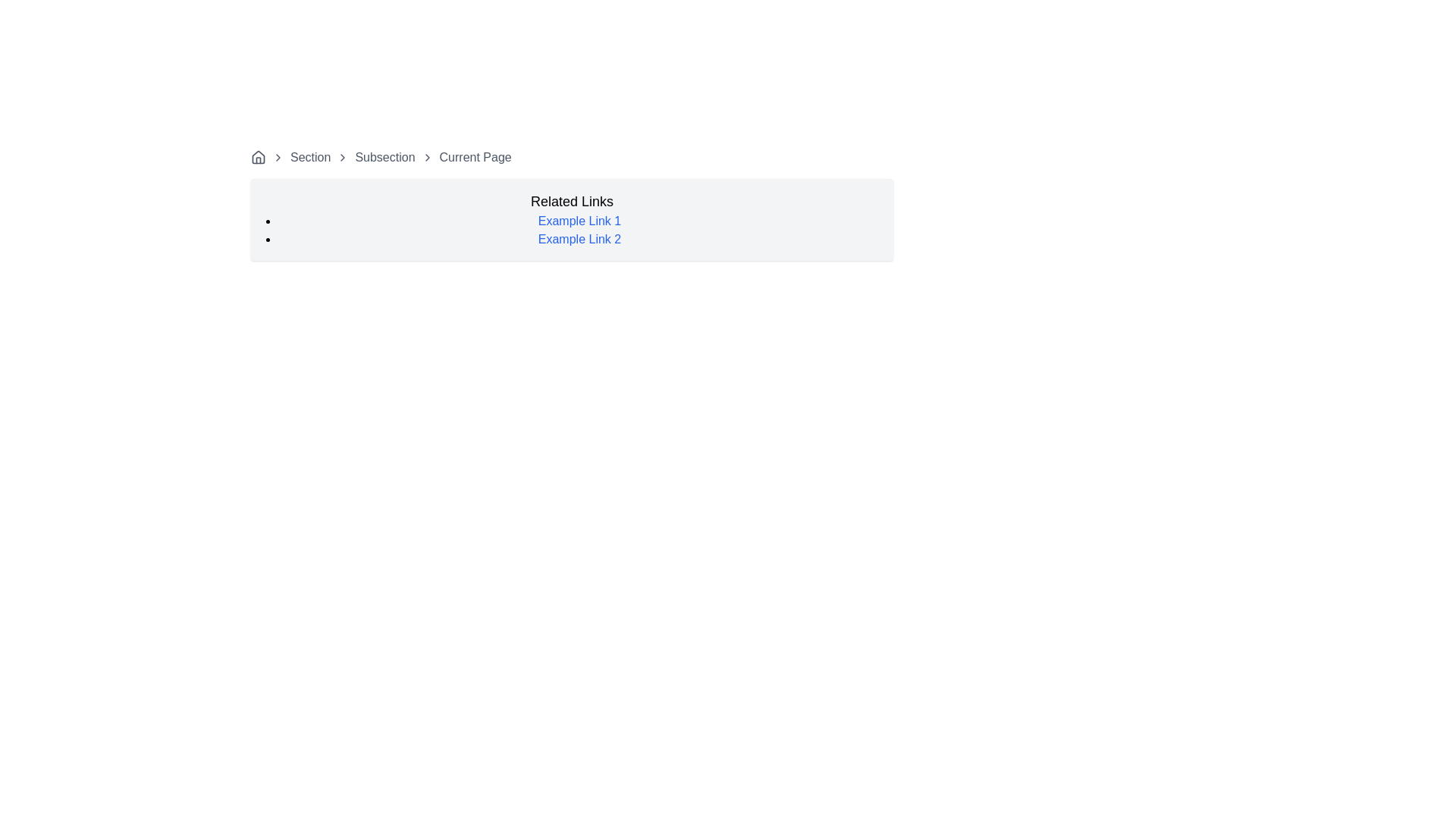 The height and width of the screenshot is (819, 1456). I want to click on the small house icon representing a home link in the breadcrumb navigation bar, so click(258, 158).